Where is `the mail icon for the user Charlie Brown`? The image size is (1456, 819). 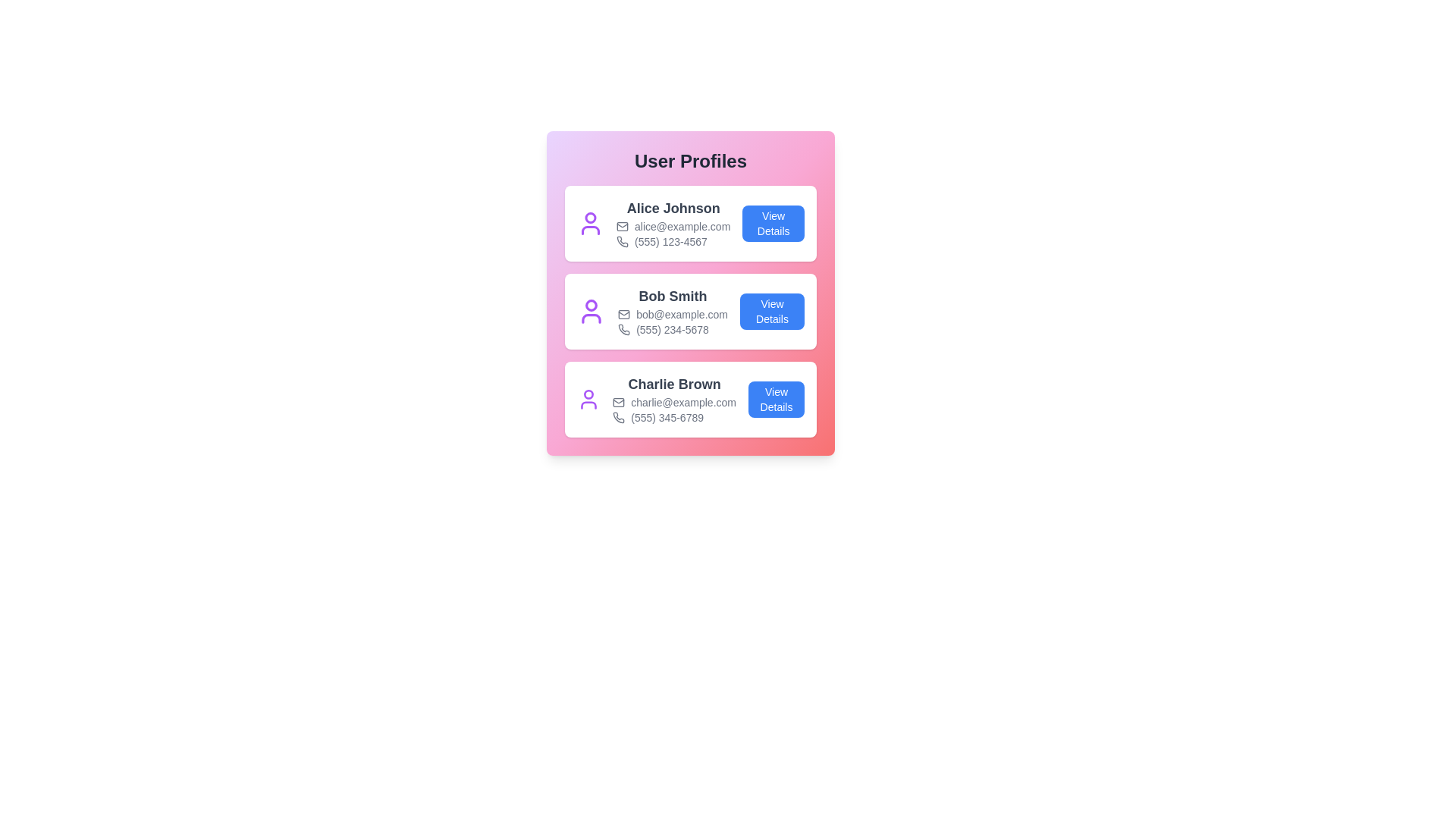
the mail icon for the user Charlie Brown is located at coordinates (619, 402).